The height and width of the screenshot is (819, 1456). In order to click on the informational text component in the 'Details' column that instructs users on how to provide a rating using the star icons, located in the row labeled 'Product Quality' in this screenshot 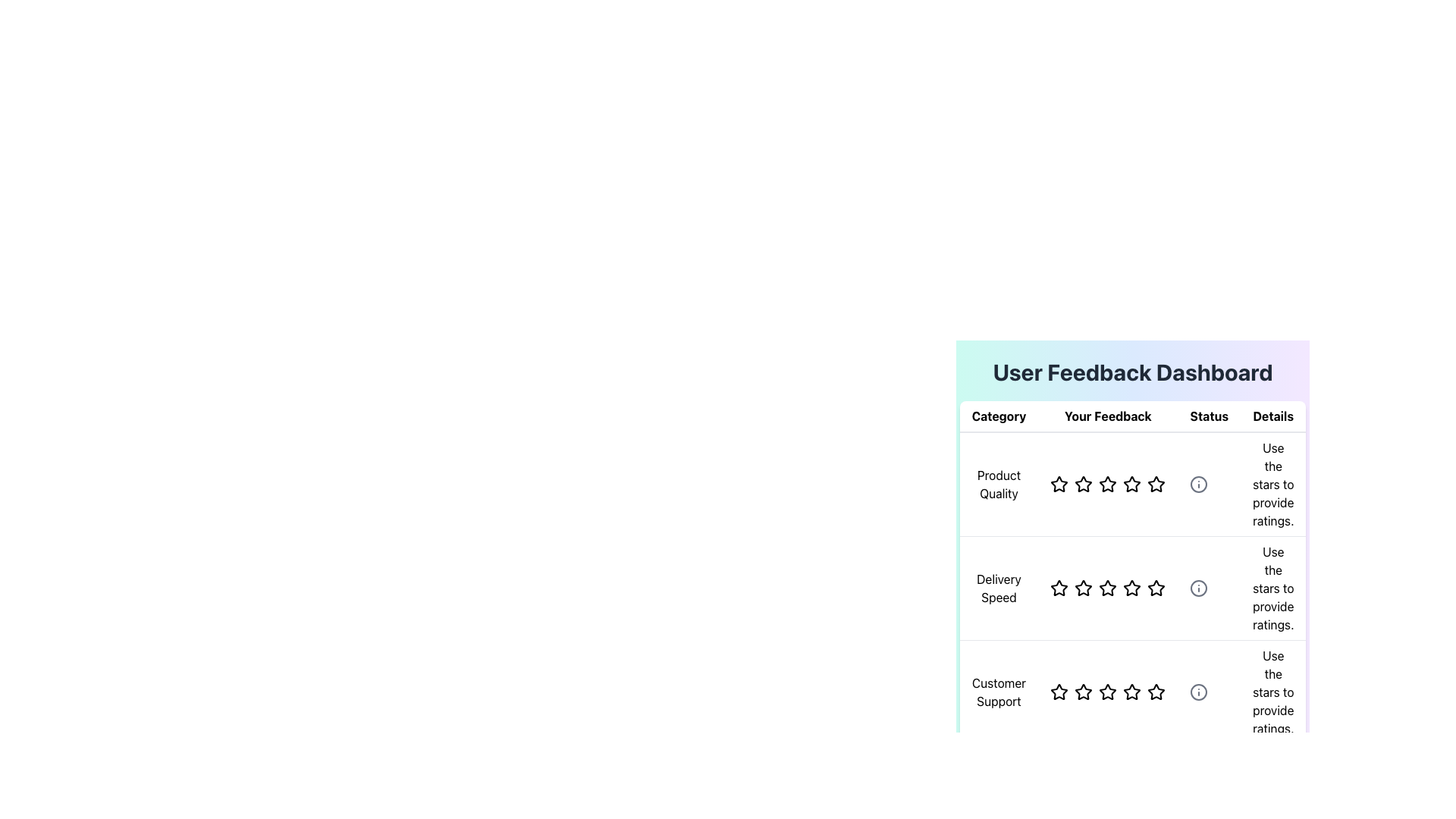, I will do `click(1273, 484)`.